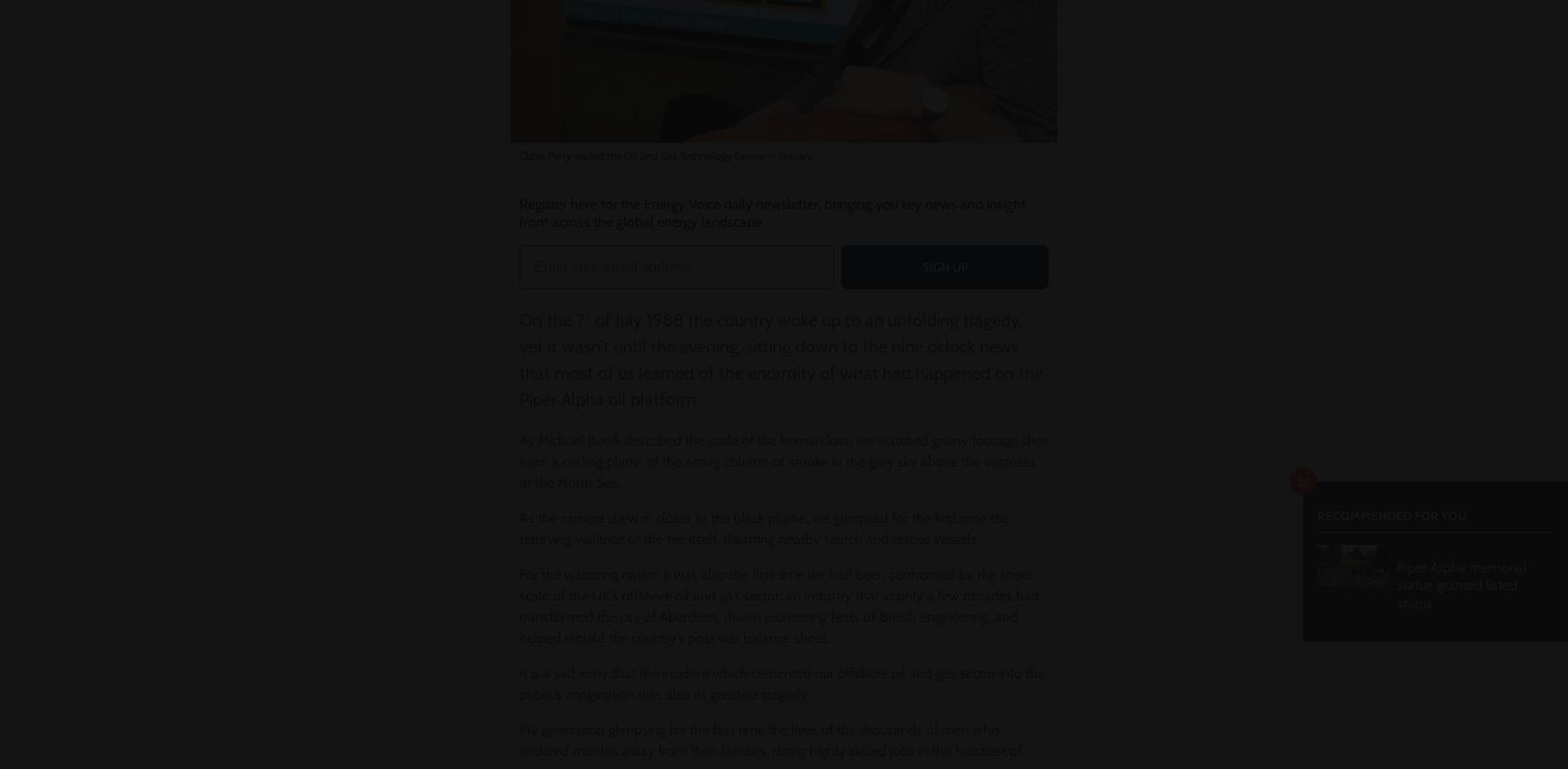 This screenshot has width=1568, height=769. What do you see at coordinates (585, 317) in the screenshot?
I see `'th'` at bounding box center [585, 317].